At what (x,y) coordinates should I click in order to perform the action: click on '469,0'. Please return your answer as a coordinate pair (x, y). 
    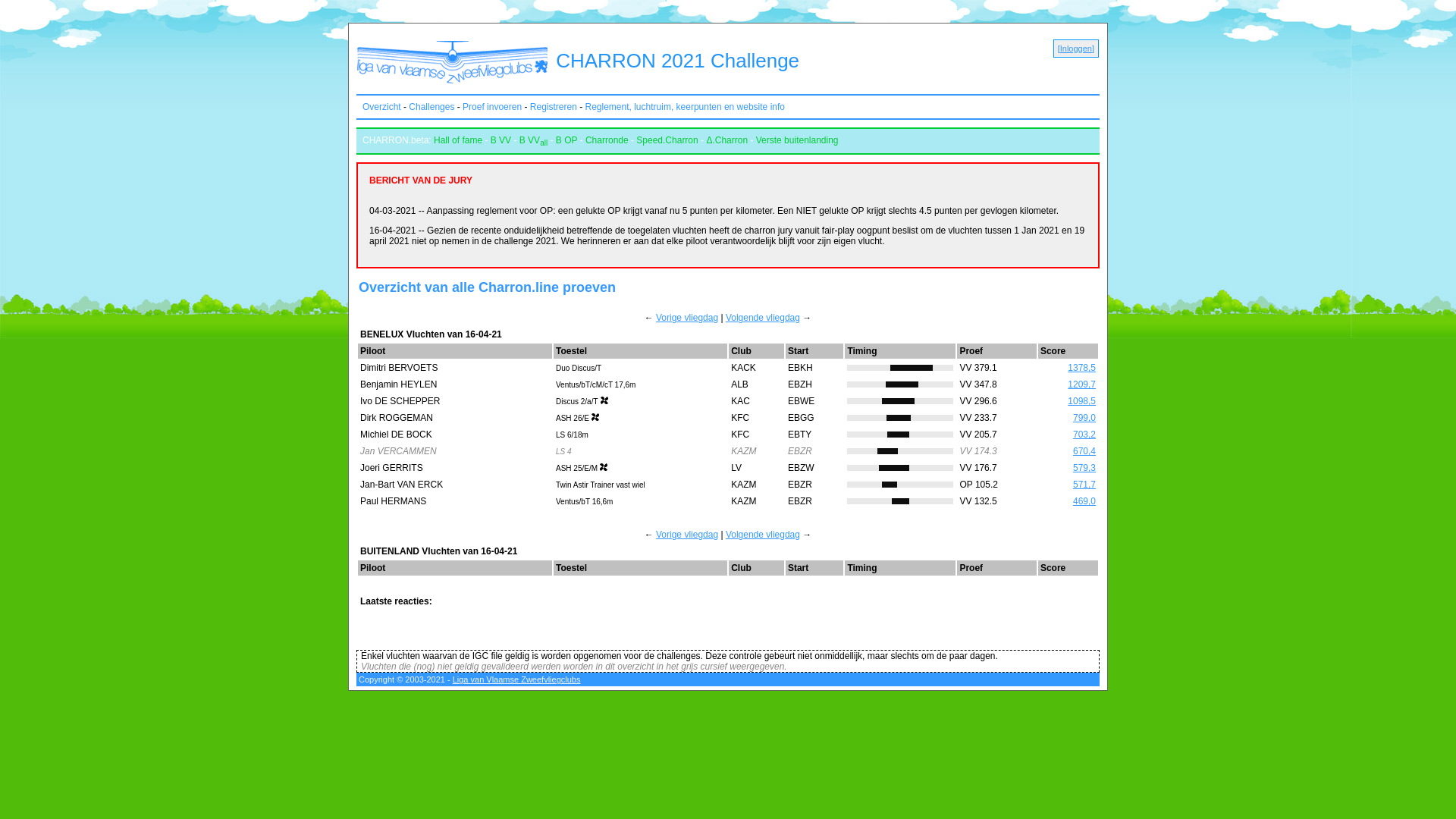
    Looking at the image, I should click on (1084, 500).